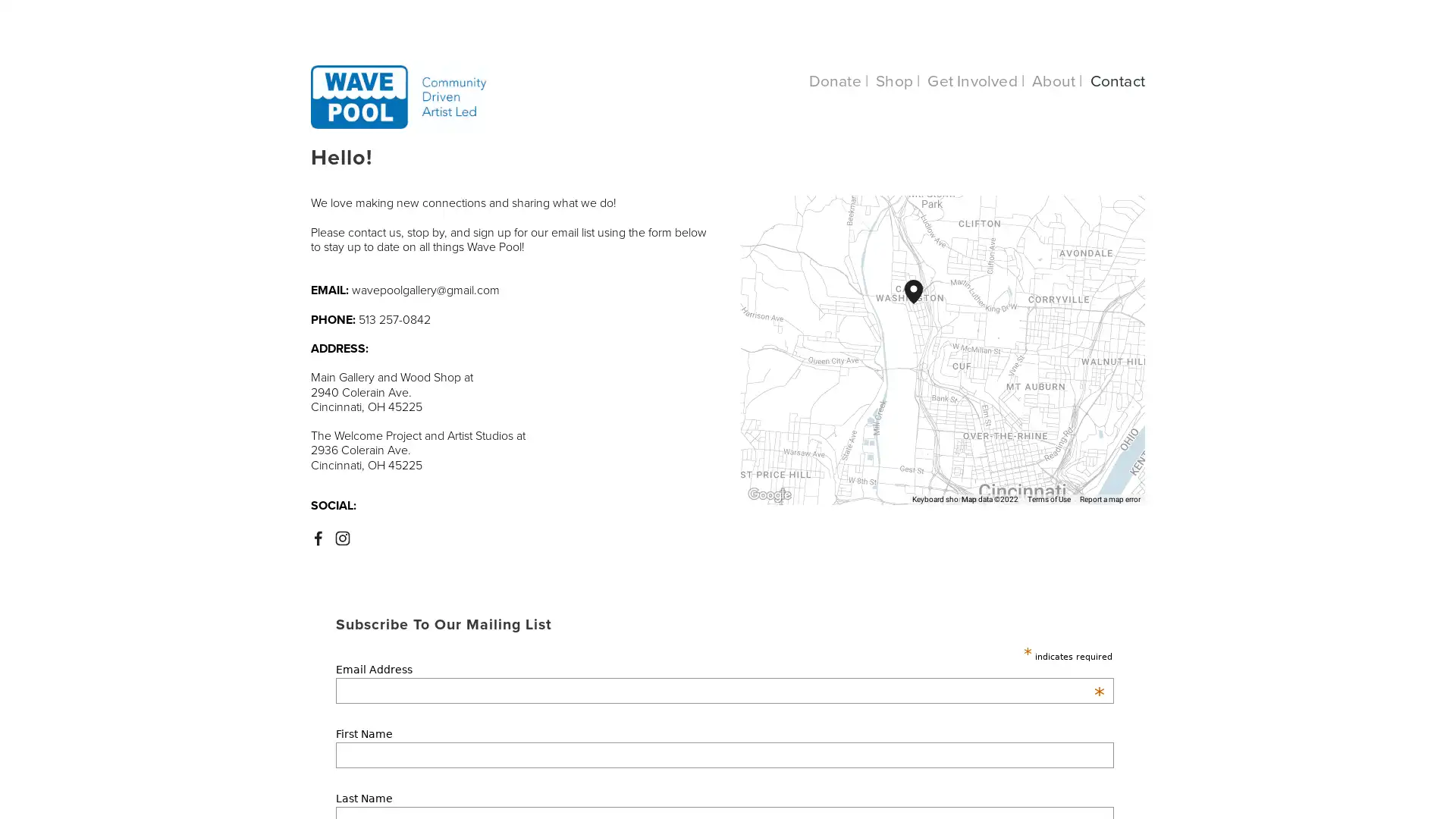 The image size is (1456, 819). What do you see at coordinates (919, 499) in the screenshot?
I see `Keyboard shortcuts` at bounding box center [919, 499].